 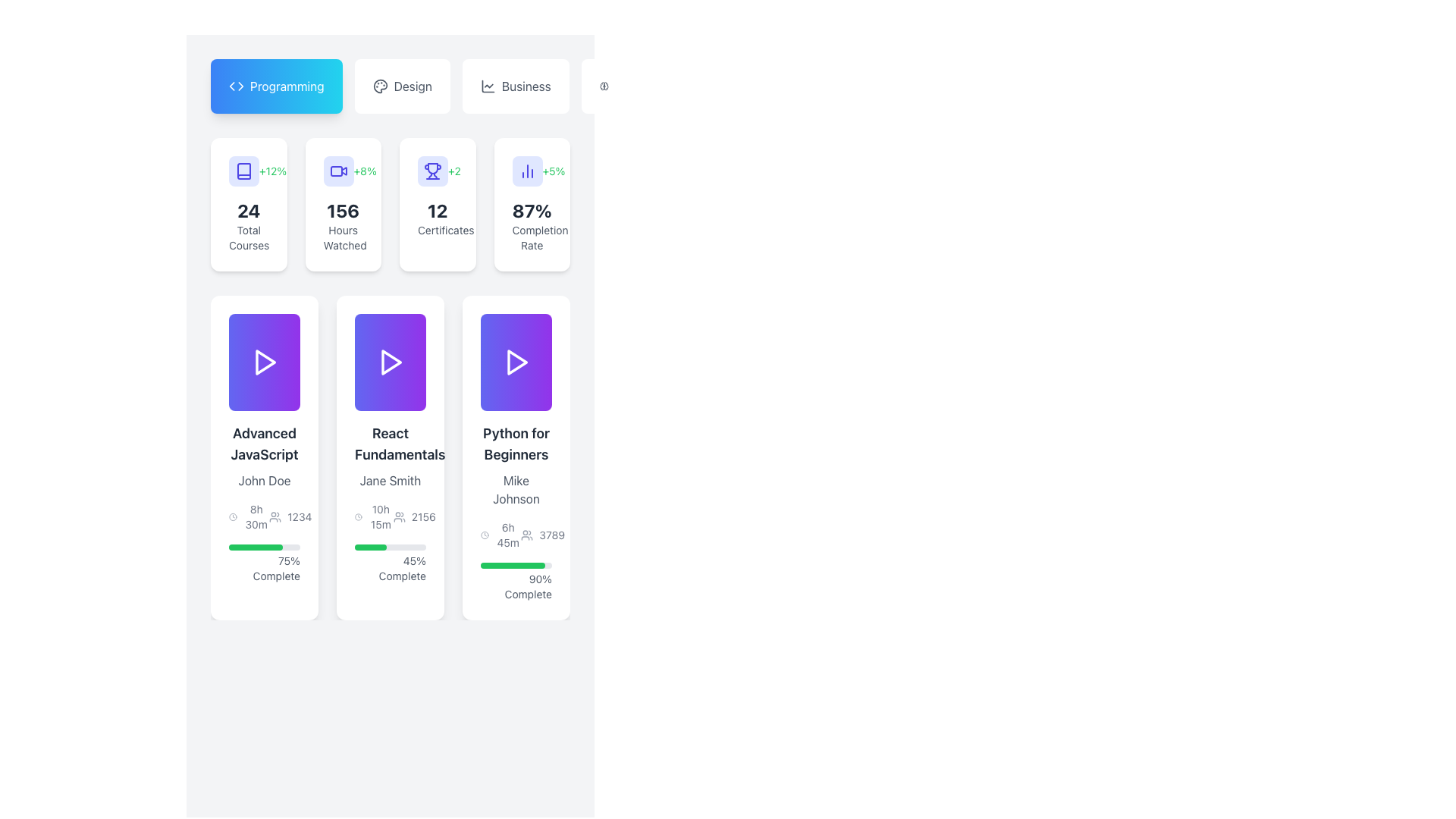 What do you see at coordinates (265, 457) in the screenshot?
I see `the first course overview card in the leftmost column of the grid layout` at bounding box center [265, 457].